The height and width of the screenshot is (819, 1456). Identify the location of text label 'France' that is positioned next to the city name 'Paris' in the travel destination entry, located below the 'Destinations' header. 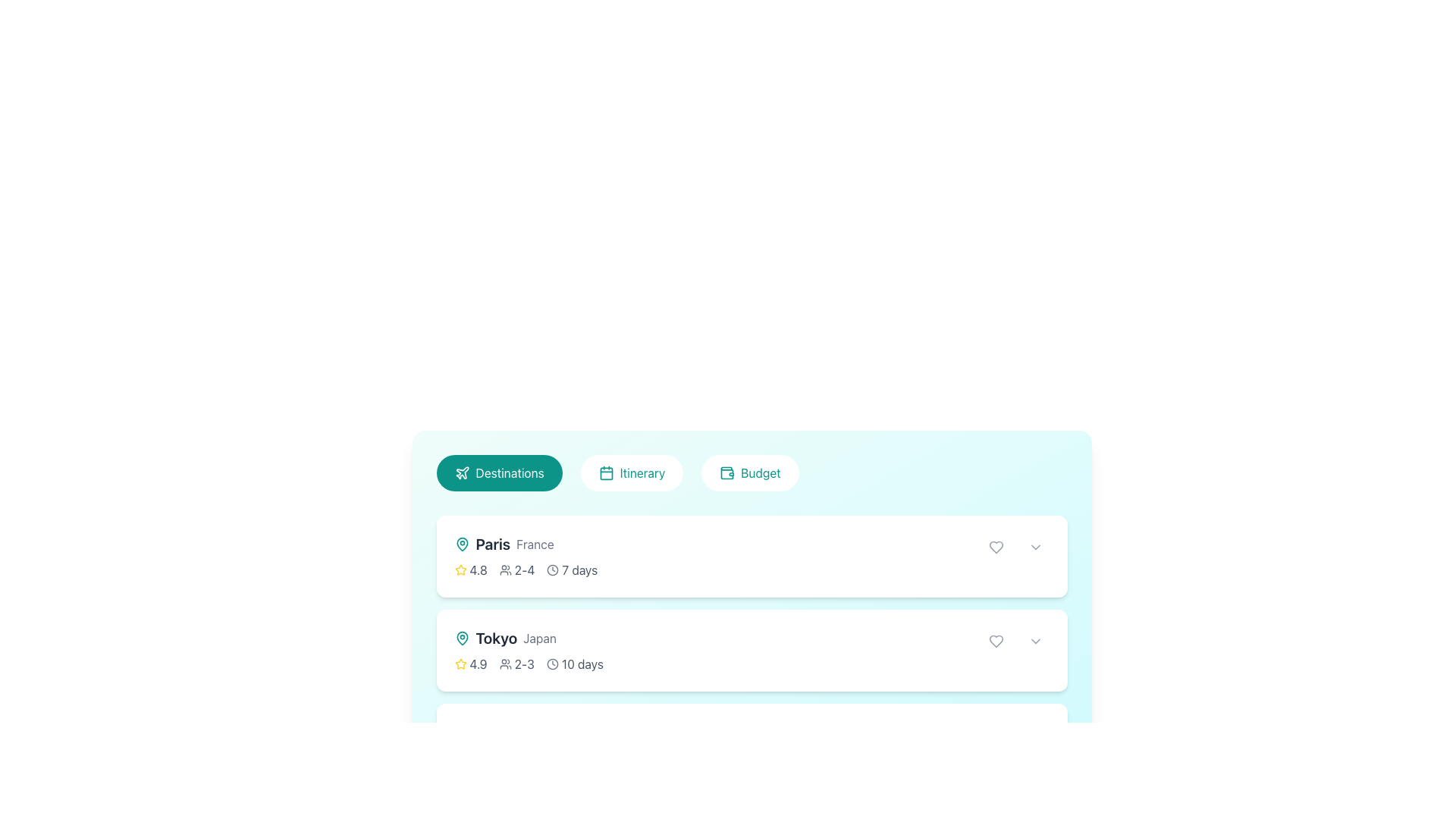
(535, 543).